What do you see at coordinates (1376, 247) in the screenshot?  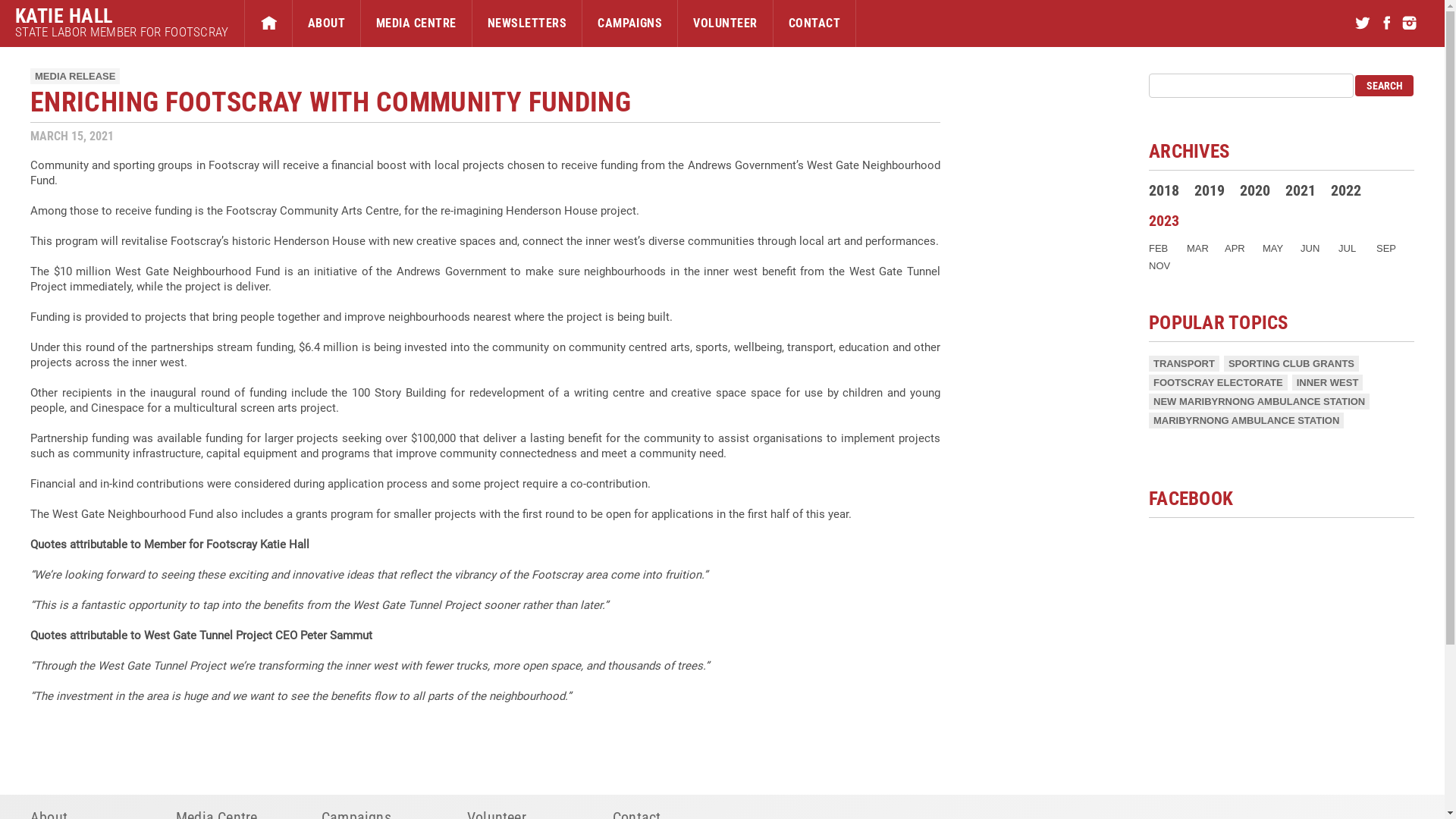 I see `'SEP'` at bounding box center [1376, 247].